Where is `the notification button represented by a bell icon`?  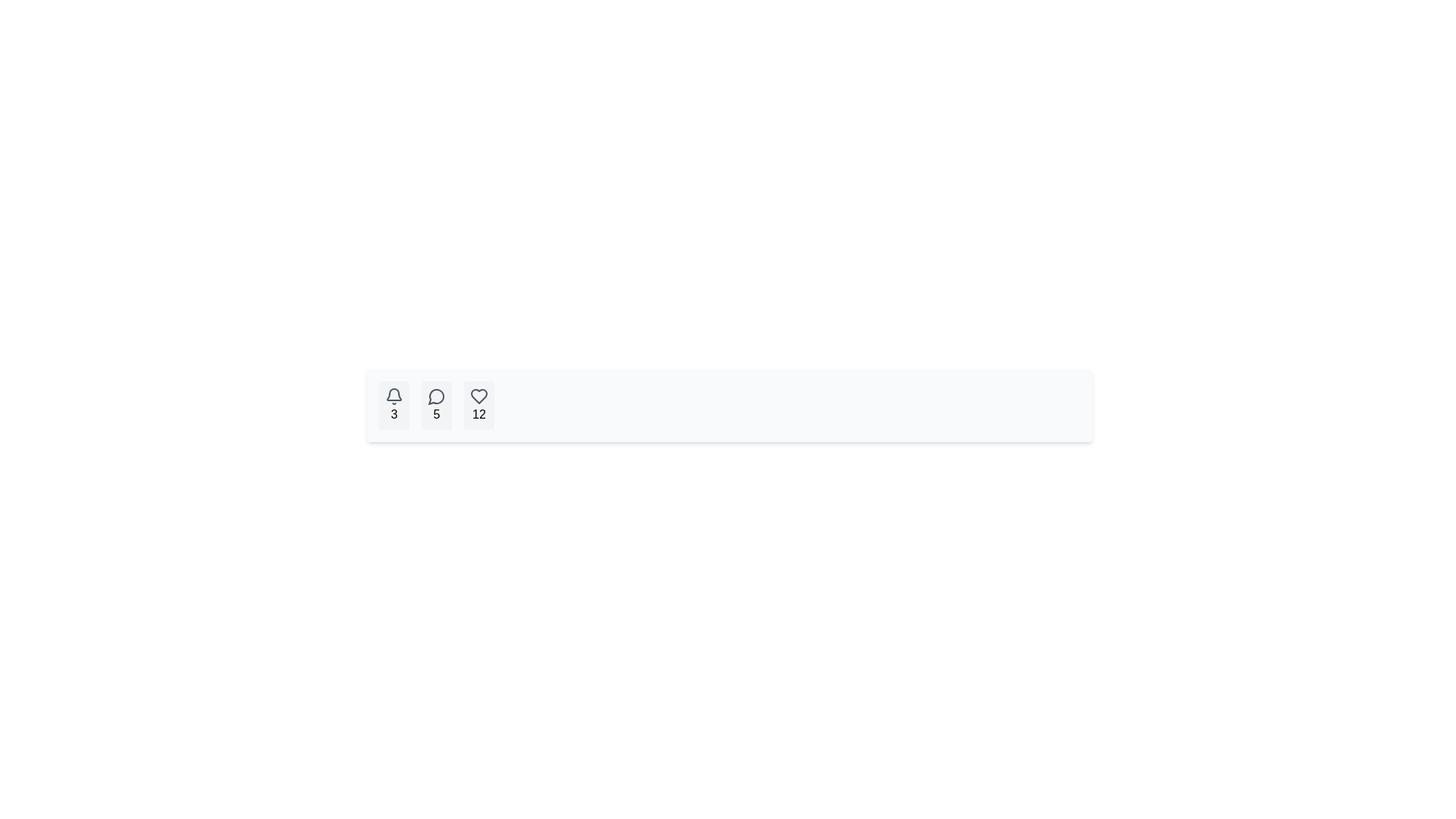
the notification button represented by a bell icon is located at coordinates (394, 405).